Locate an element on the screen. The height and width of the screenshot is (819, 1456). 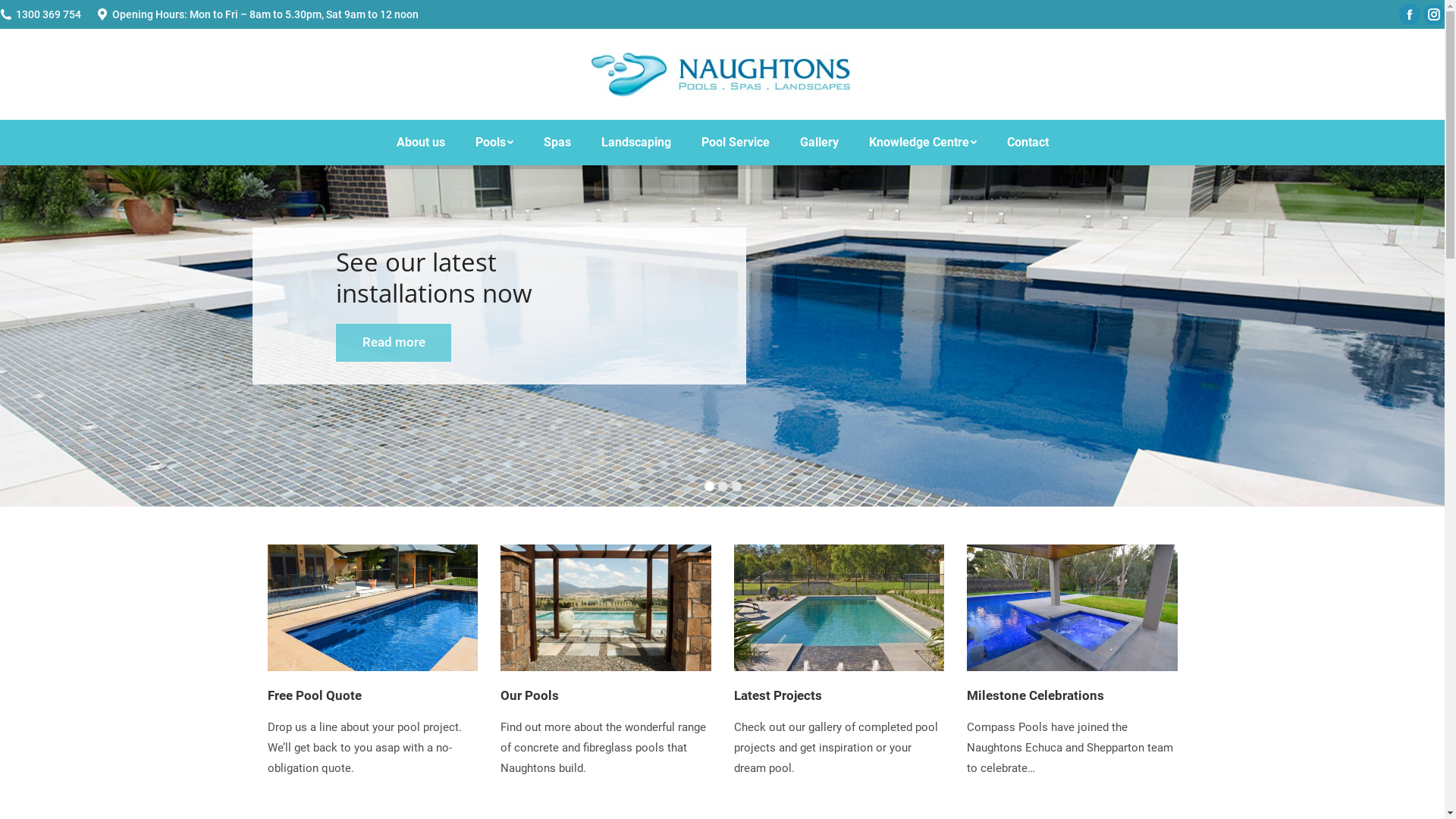
'Knowledge Centre' is located at coordinates (854, 143).